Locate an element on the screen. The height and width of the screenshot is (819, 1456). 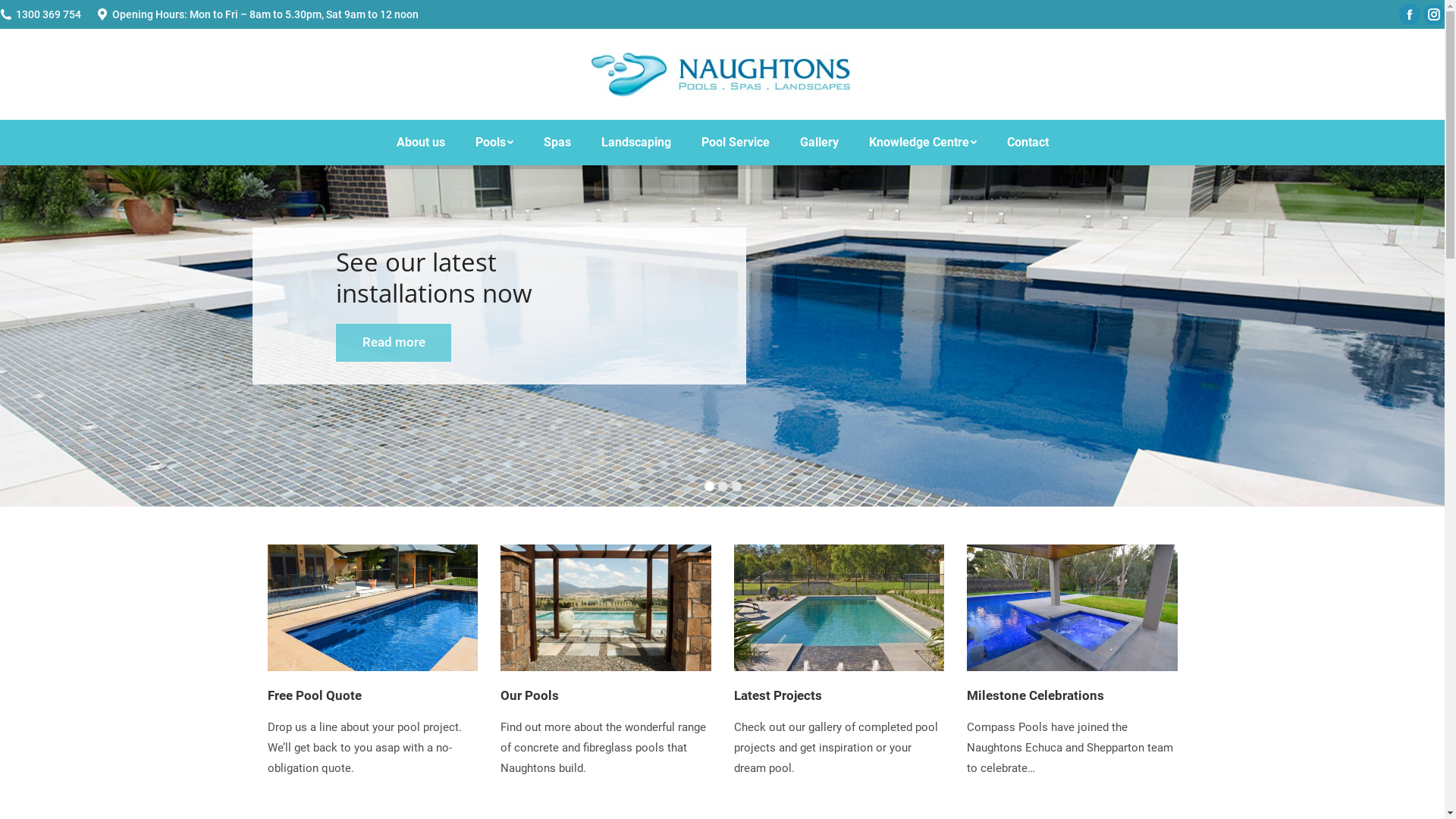
'Knowledge Centre' is located at coordinates (854, 143).